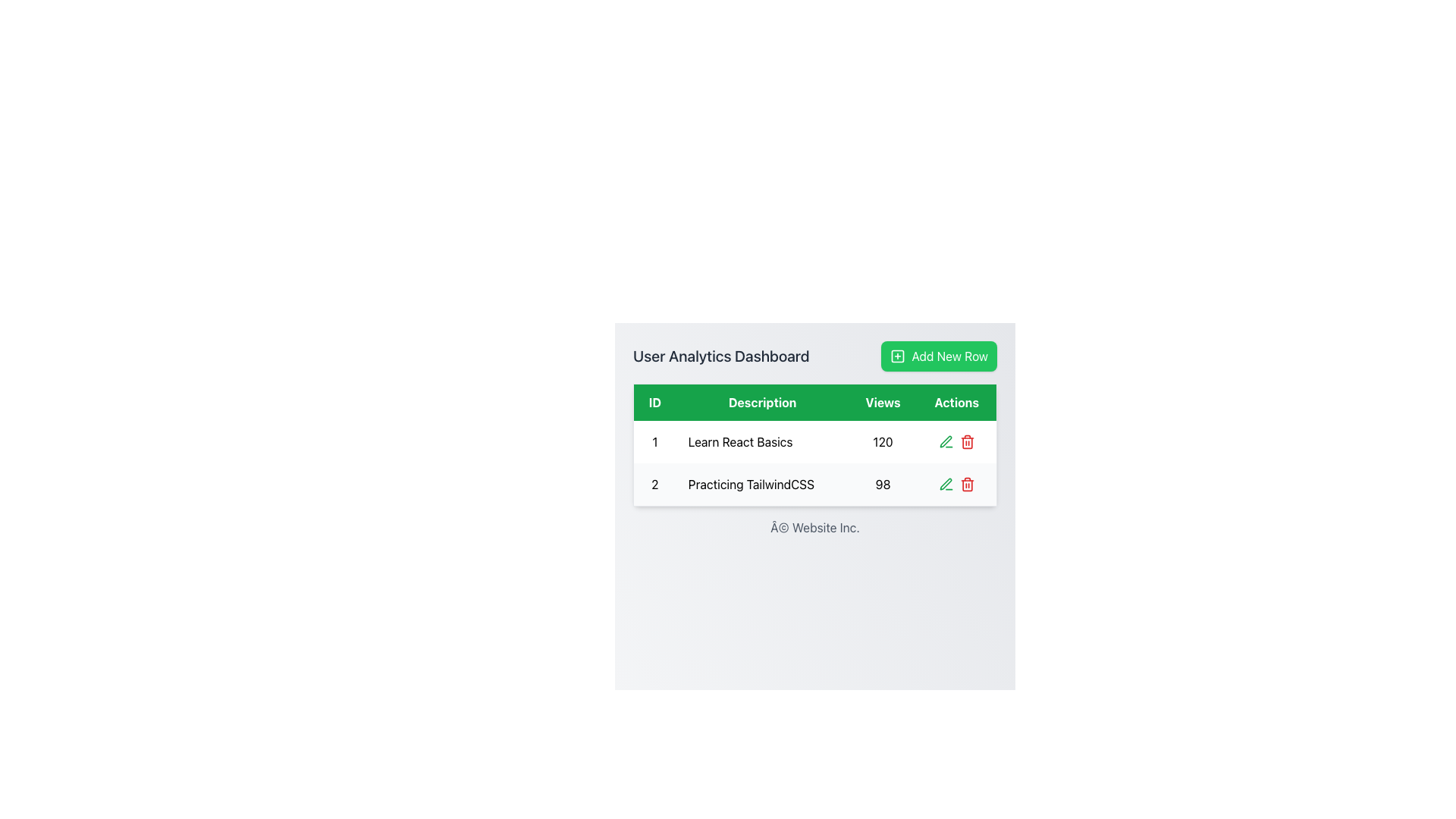  I want to click on the green pencil icon in the second row of the 'Actions' column in the 'User Analytics Dashboard', so click(945, 441).